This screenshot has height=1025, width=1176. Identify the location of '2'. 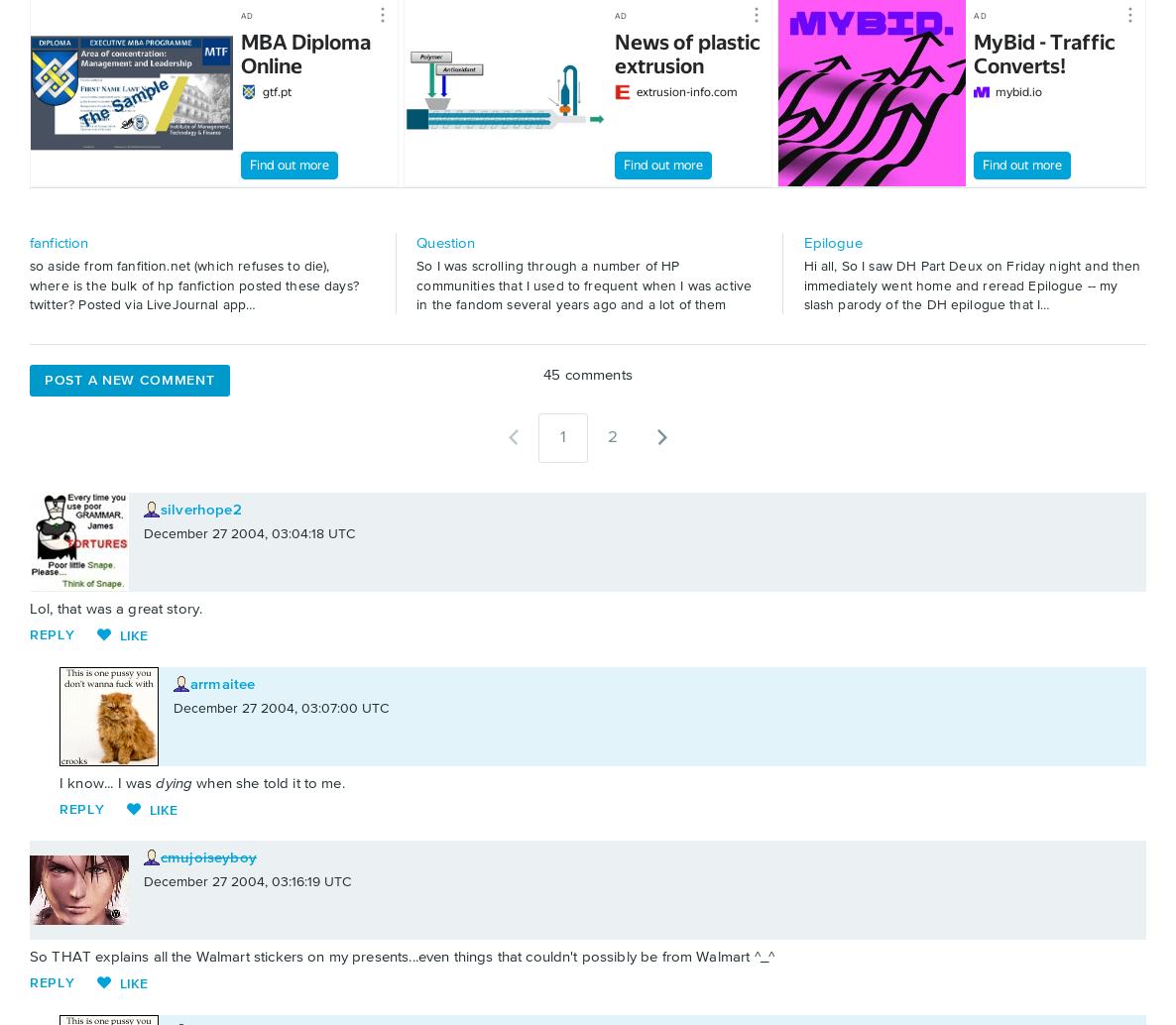
(611, 435).